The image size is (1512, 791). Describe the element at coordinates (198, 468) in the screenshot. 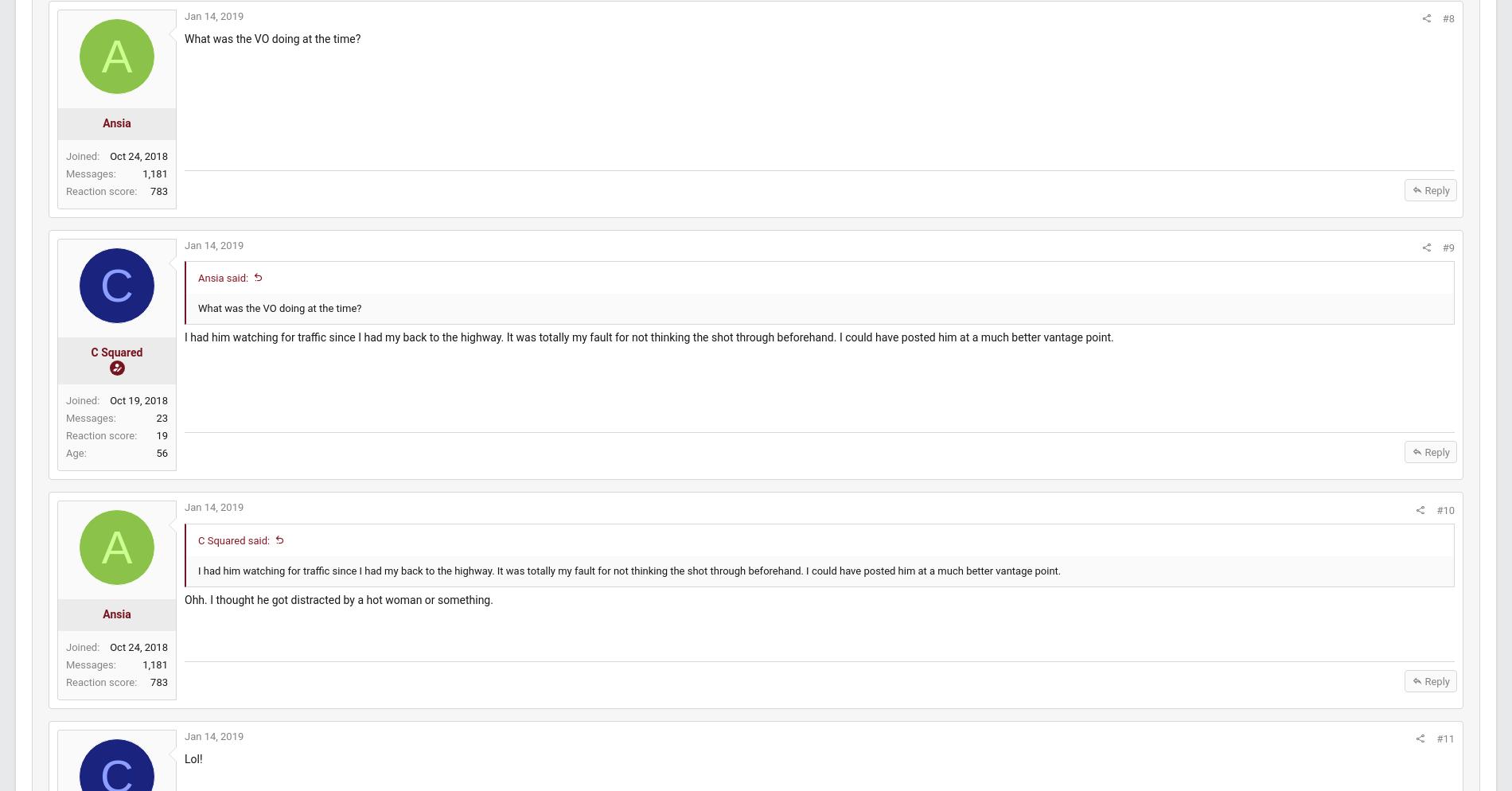

I see `'56'` at that location.